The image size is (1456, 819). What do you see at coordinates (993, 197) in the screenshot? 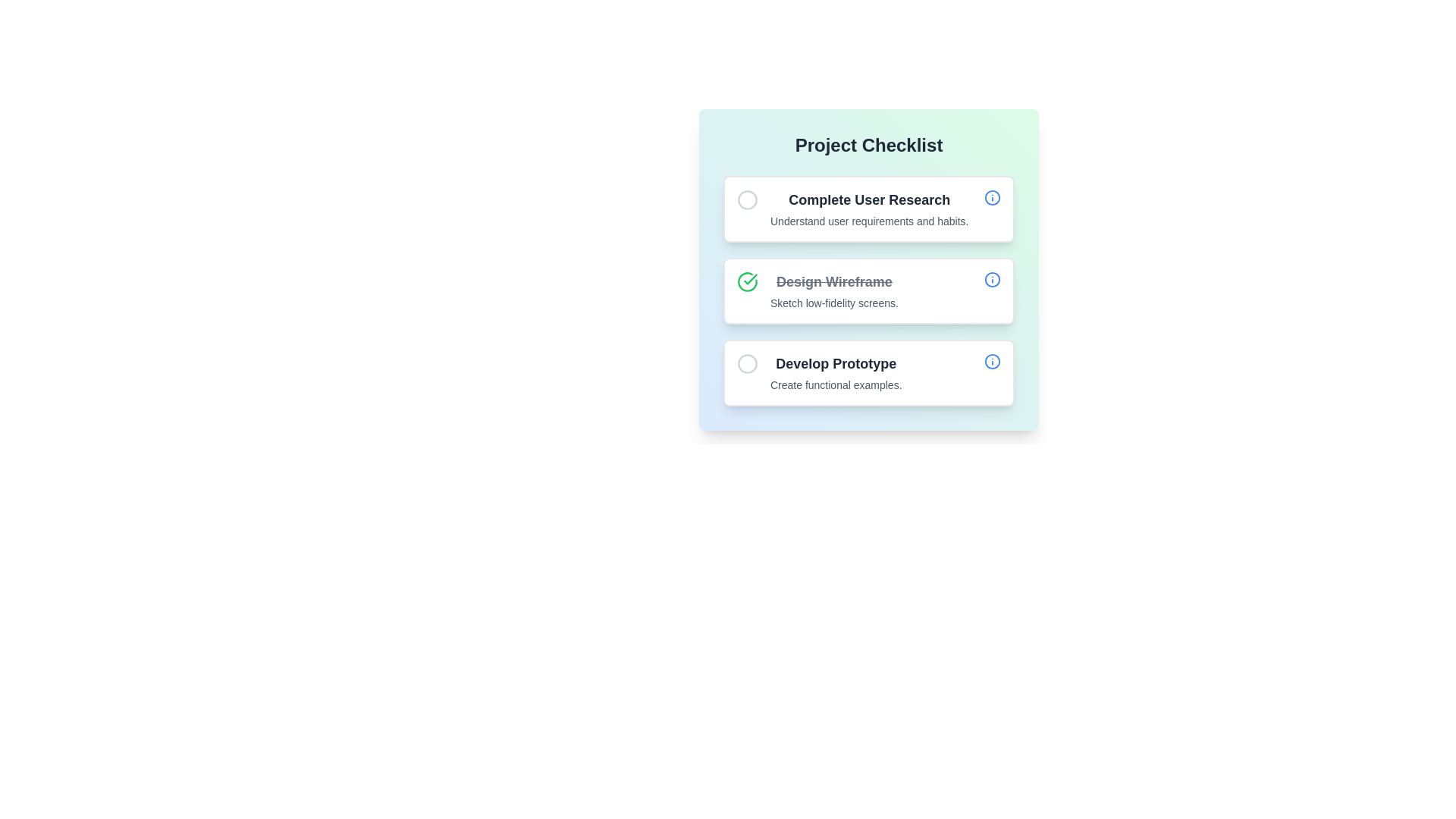
I see `the circular 'i' icon located on the far-right side of the checklist item labeled 'Complete User Research'` at bounding box center [993, 197].